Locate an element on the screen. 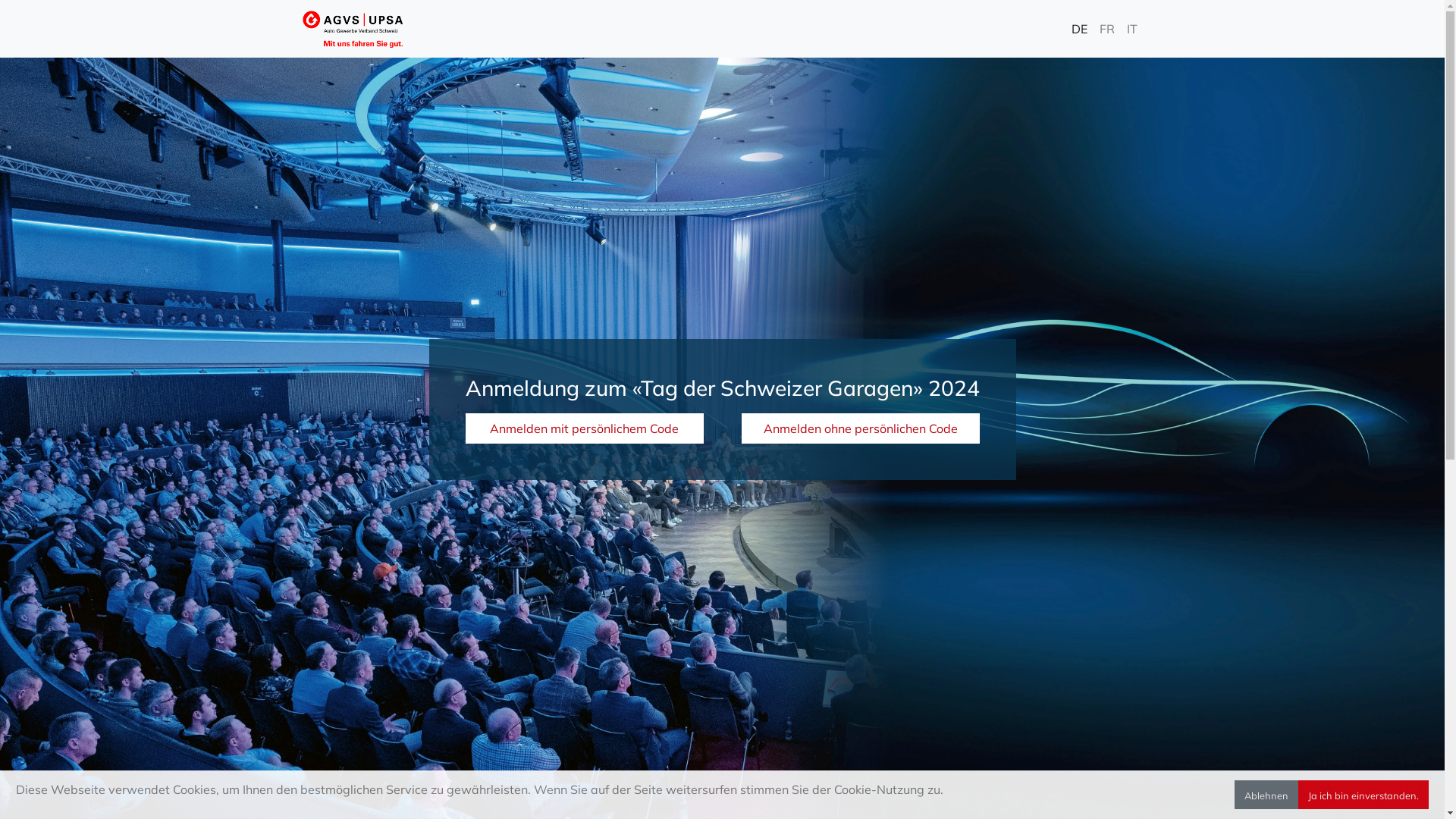  'Ja ich bin einverstanden.' is located at coordinates (1363, 794).